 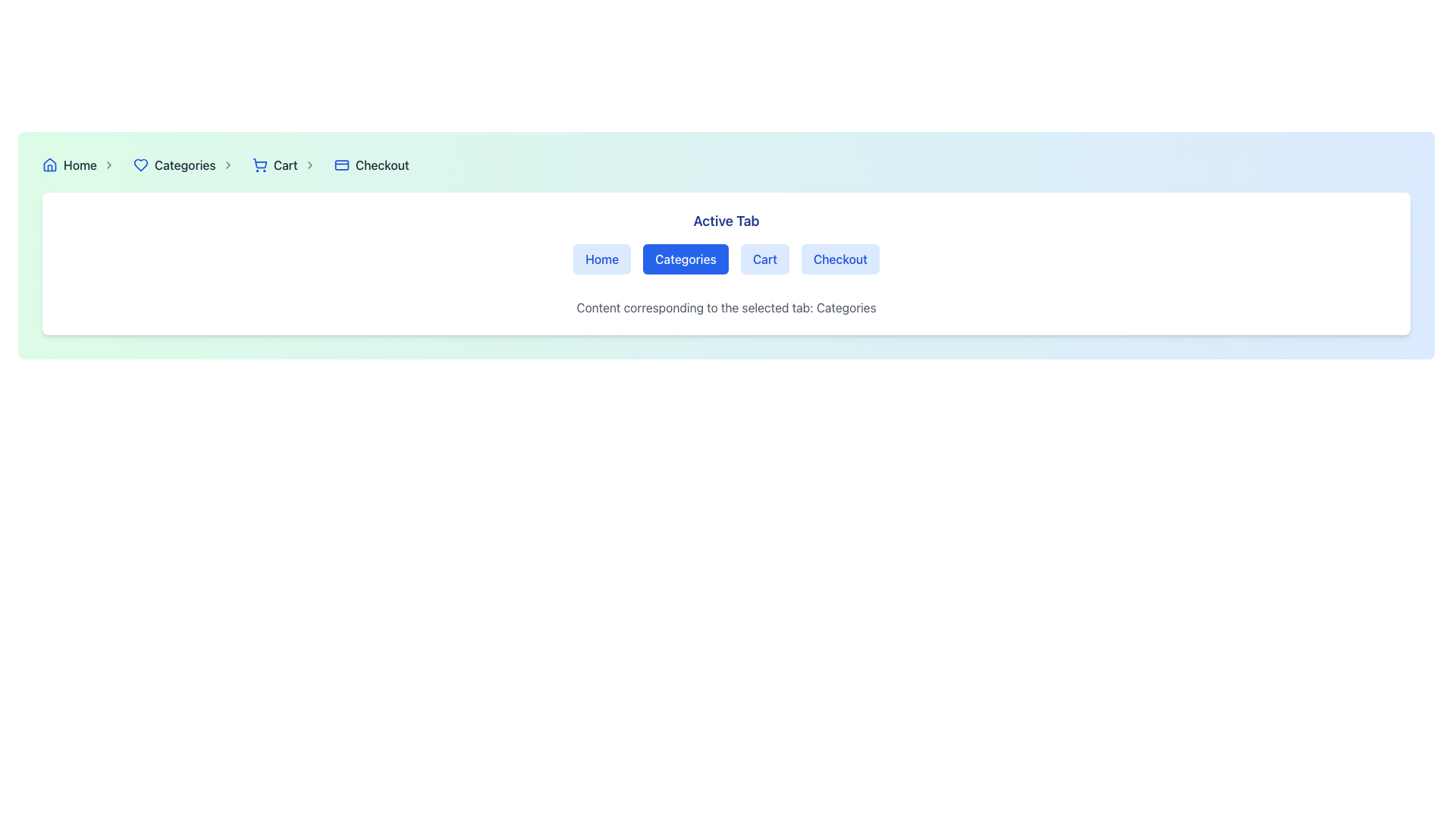 I want to click on the decorative or symbolic icon indicating 'Categories' located next to the text in the breadcrumb navigation bar, so click(x=141, y=165).